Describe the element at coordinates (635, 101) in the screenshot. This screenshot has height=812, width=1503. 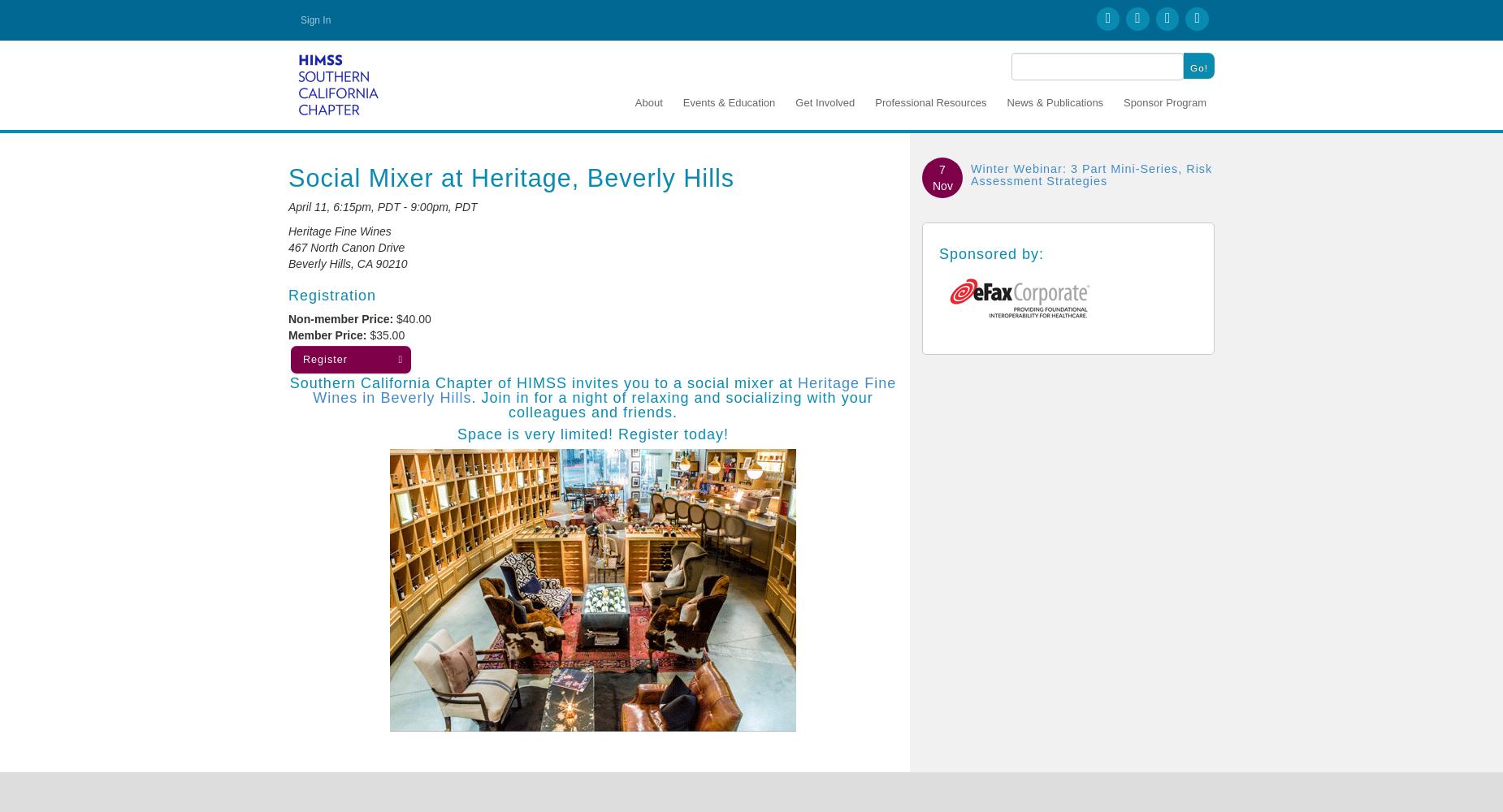
I see `'About'` at that location.